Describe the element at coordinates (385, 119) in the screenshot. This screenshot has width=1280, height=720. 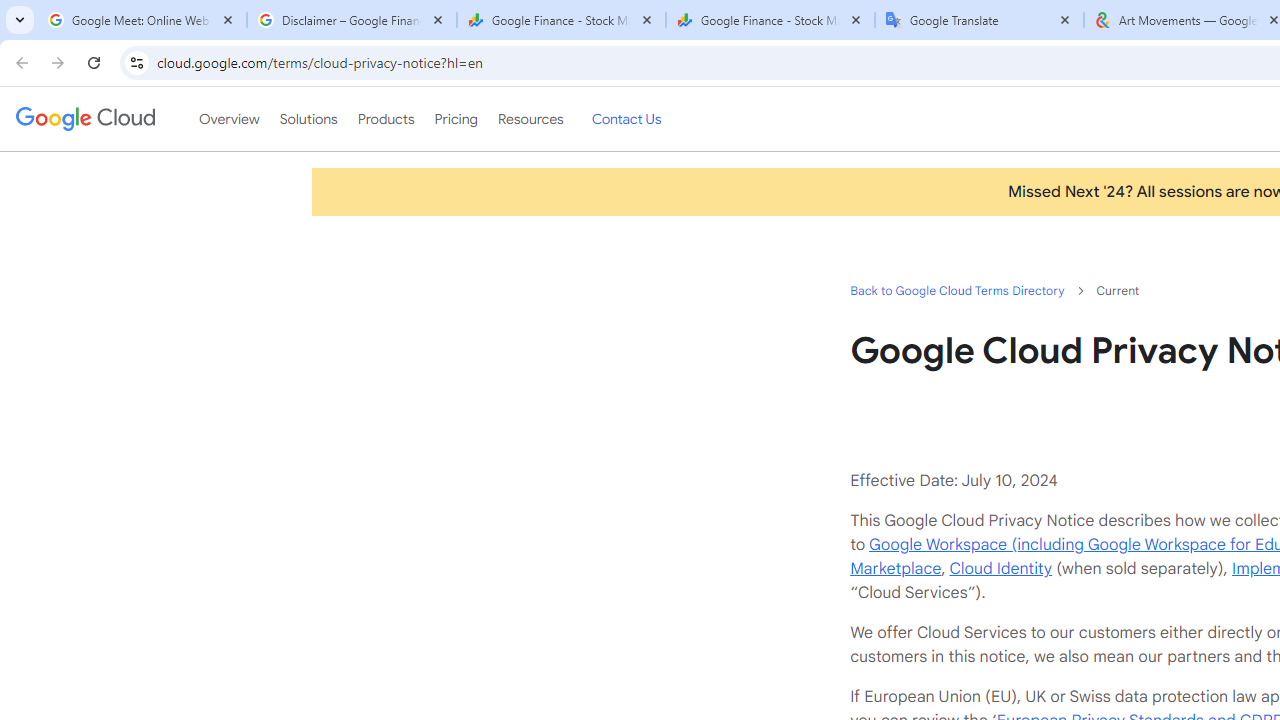
I see `'Products'` at that location.